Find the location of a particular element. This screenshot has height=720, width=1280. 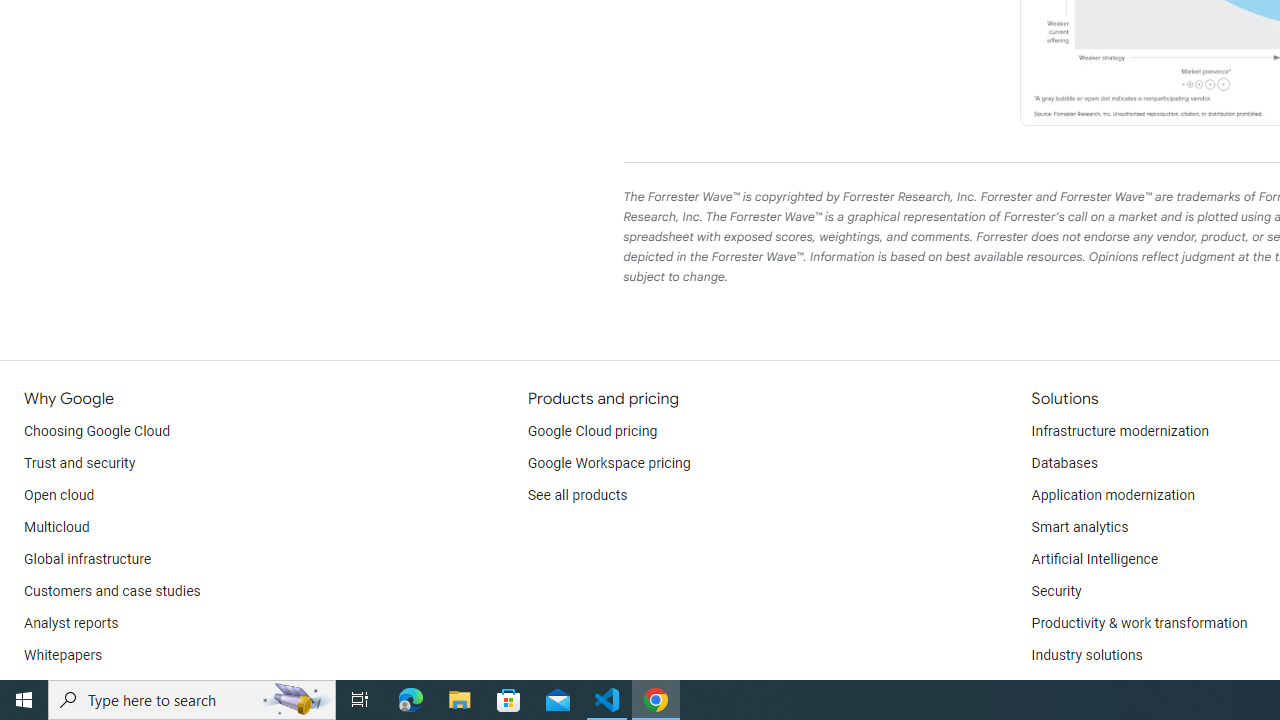

'Customers and case studies' is located at coordinates (111, 590).